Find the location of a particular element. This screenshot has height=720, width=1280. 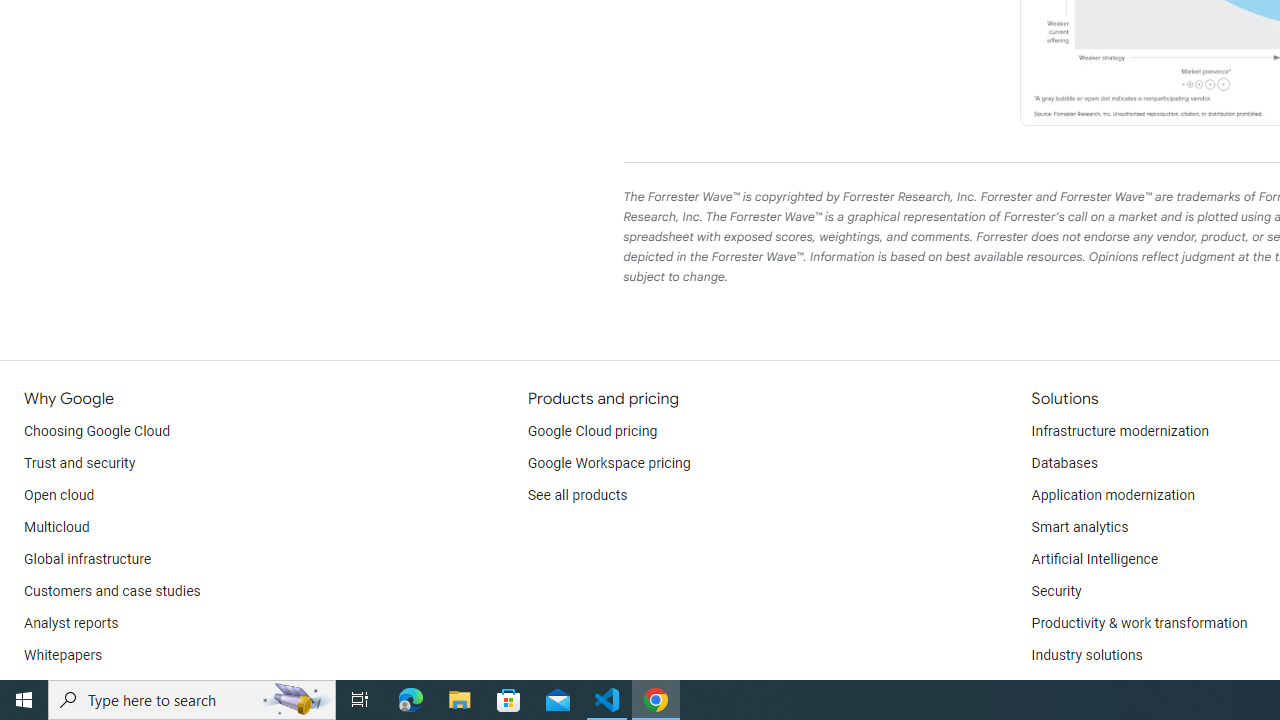

'Customers and case studies' is located at coordinates (111, 590).